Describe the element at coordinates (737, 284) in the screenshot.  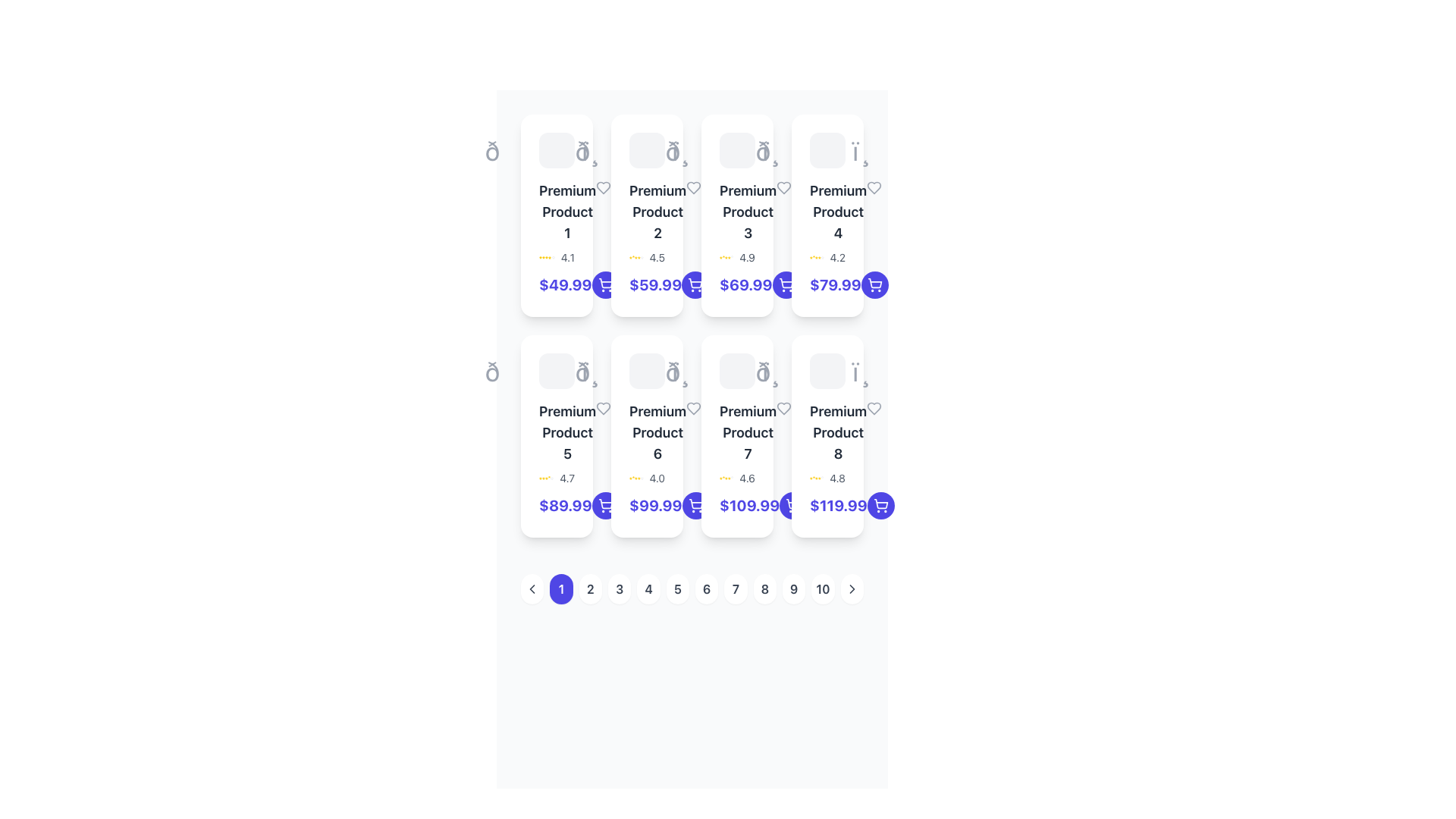
I see `the price label displaying '$69.99' in bold indigo text within the third product card to possibly trigger a tooltip` at that location.